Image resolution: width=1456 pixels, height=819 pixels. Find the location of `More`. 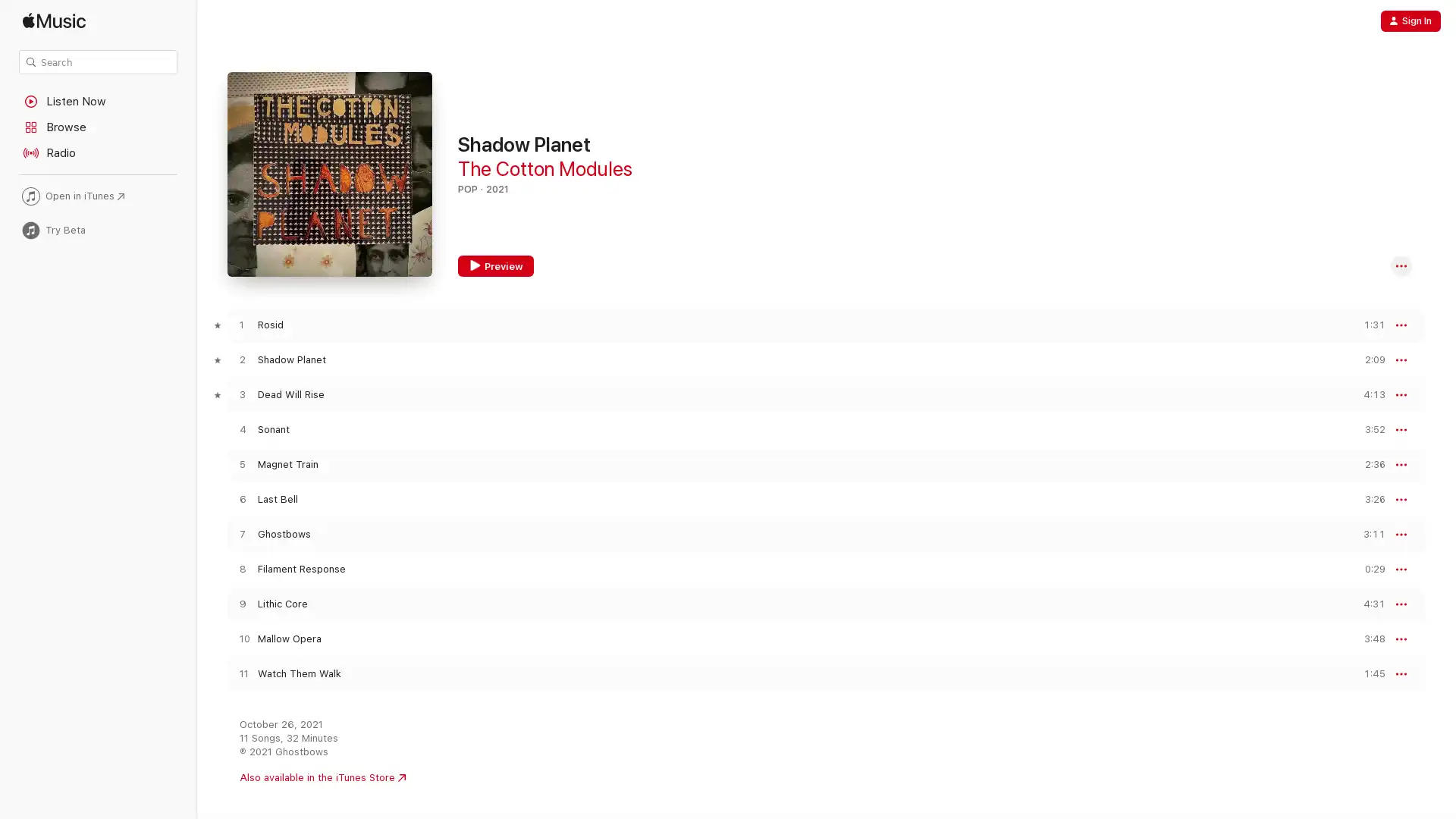

More is located at coordinates (1401, 359).